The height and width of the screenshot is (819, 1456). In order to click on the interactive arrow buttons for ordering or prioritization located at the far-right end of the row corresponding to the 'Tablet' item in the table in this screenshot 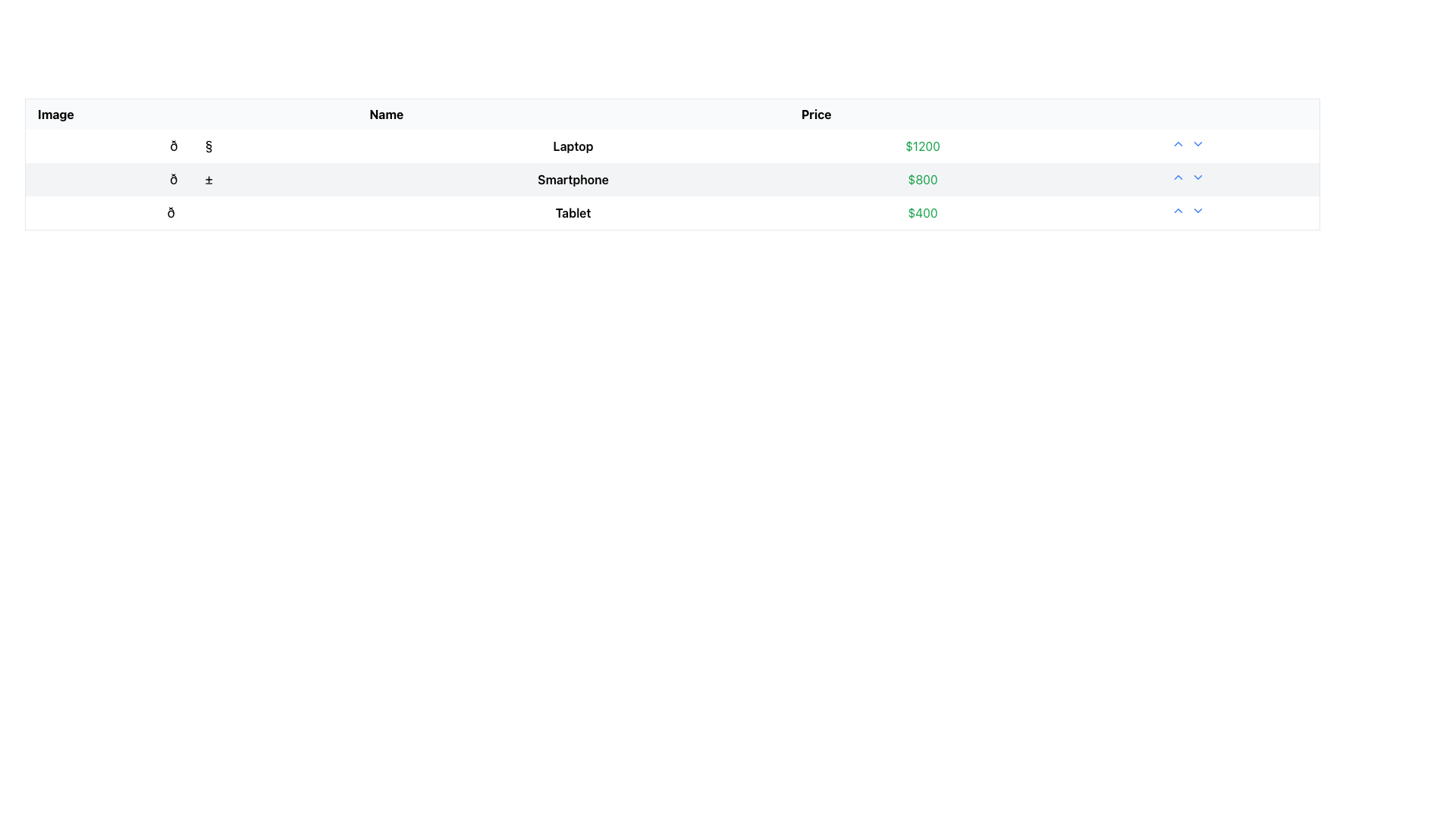, I will do `click(1187, 213)`.